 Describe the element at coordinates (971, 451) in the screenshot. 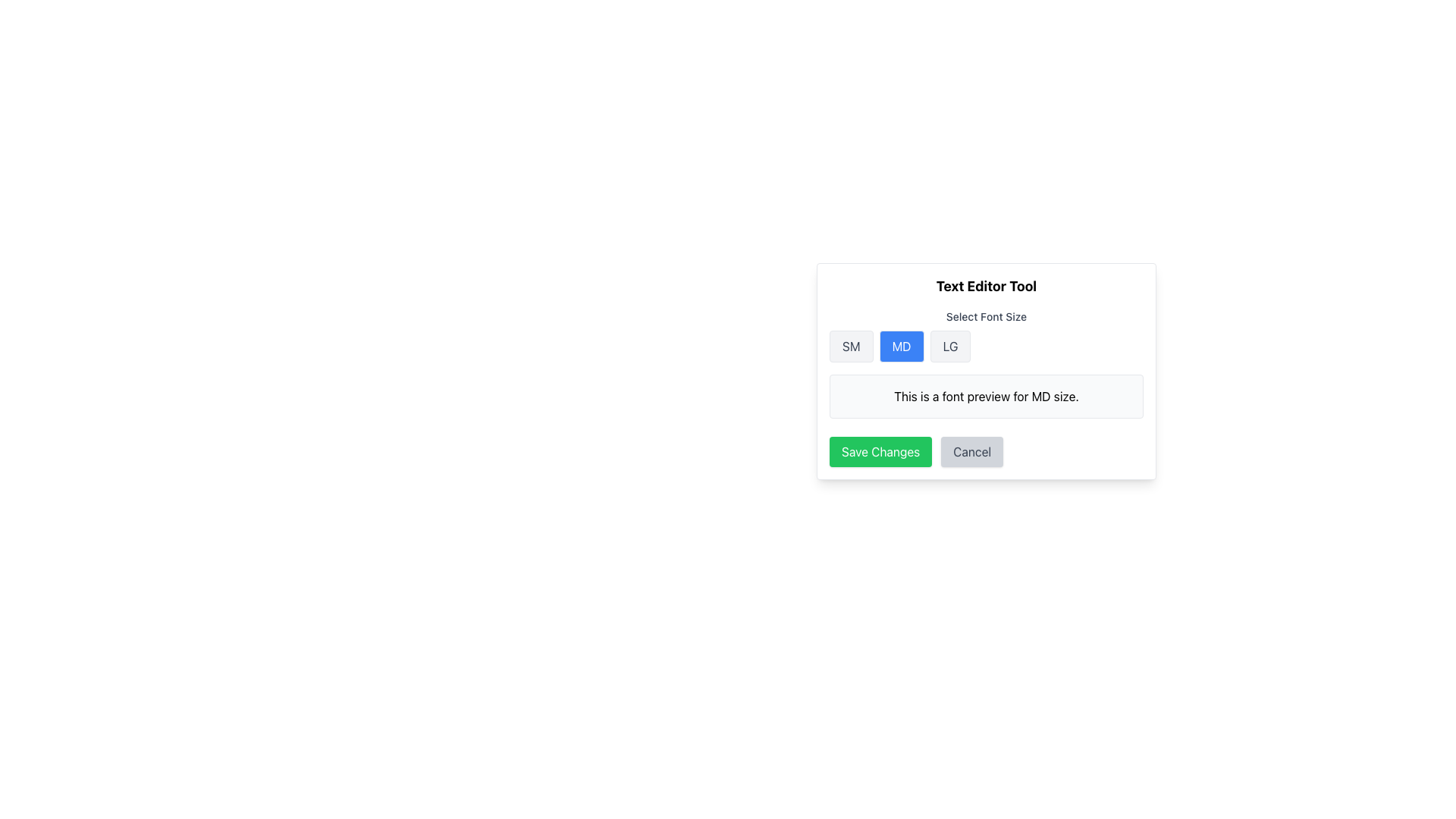

I see `the gray 'Cancel' button with rounded edges located below the text input area, which is the rightmost button in a horizontal layout next to the 'Save Changes' button` at that location.